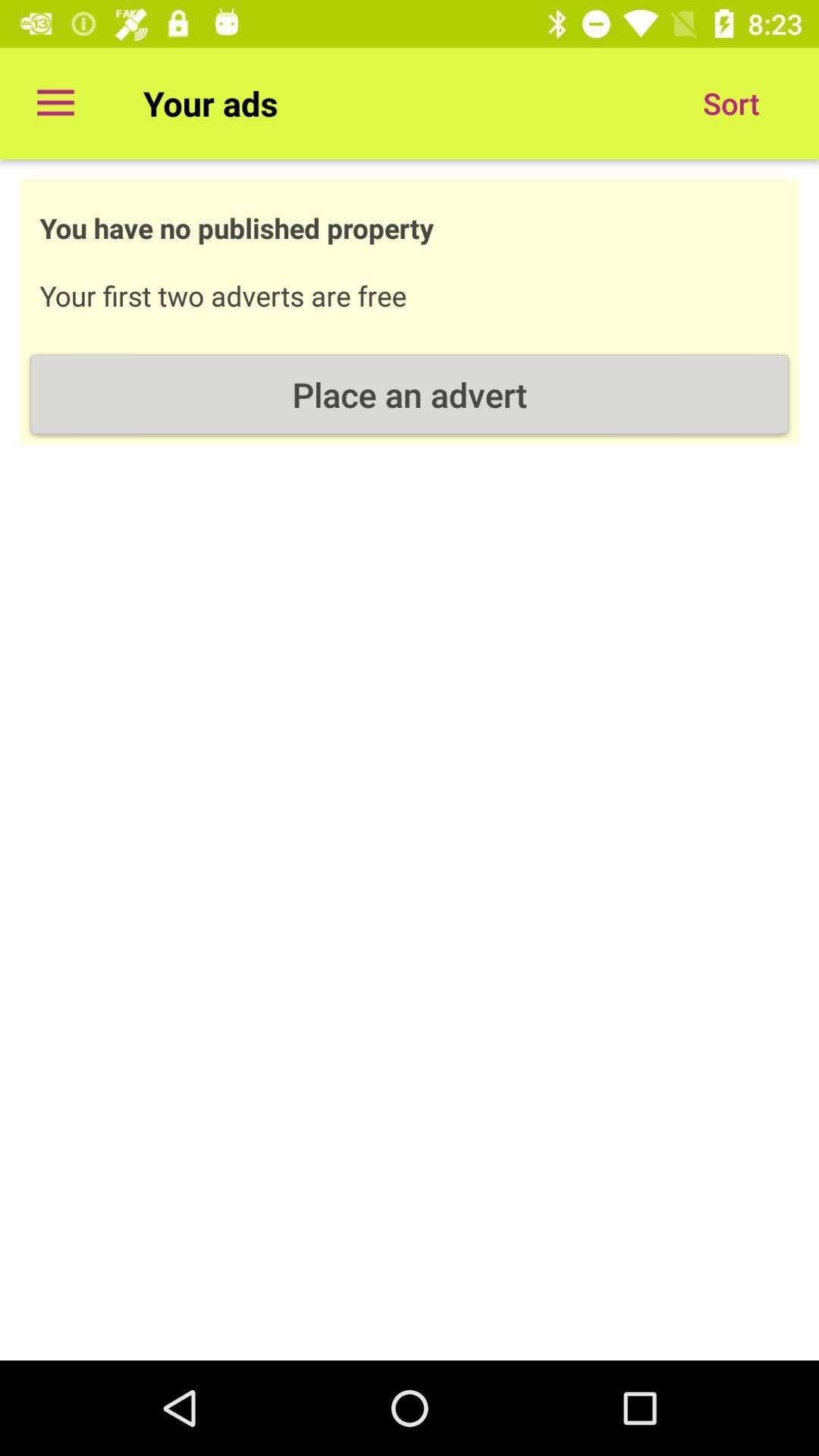 The height and width of the screenshot is (1456, 819). Describe the element at coordinates (730, 102) in the screenshot. I see `the sort` at that location.